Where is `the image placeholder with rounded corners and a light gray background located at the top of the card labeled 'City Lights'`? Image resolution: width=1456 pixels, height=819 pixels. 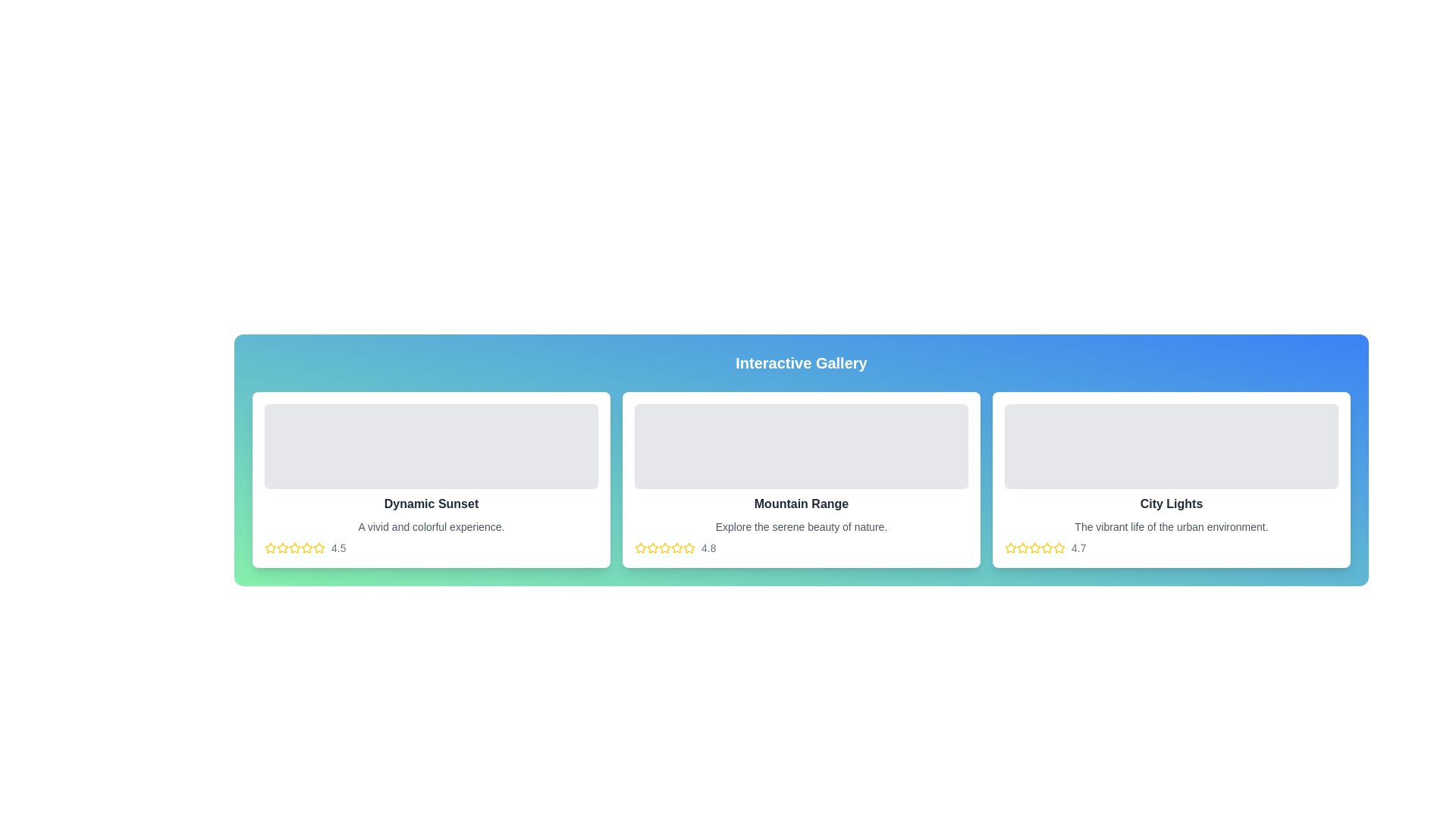
the image placeholder with rounded corners and a light gray background located at the top of the card labeled 'City Lights' is located at coordinates (1171, 446).